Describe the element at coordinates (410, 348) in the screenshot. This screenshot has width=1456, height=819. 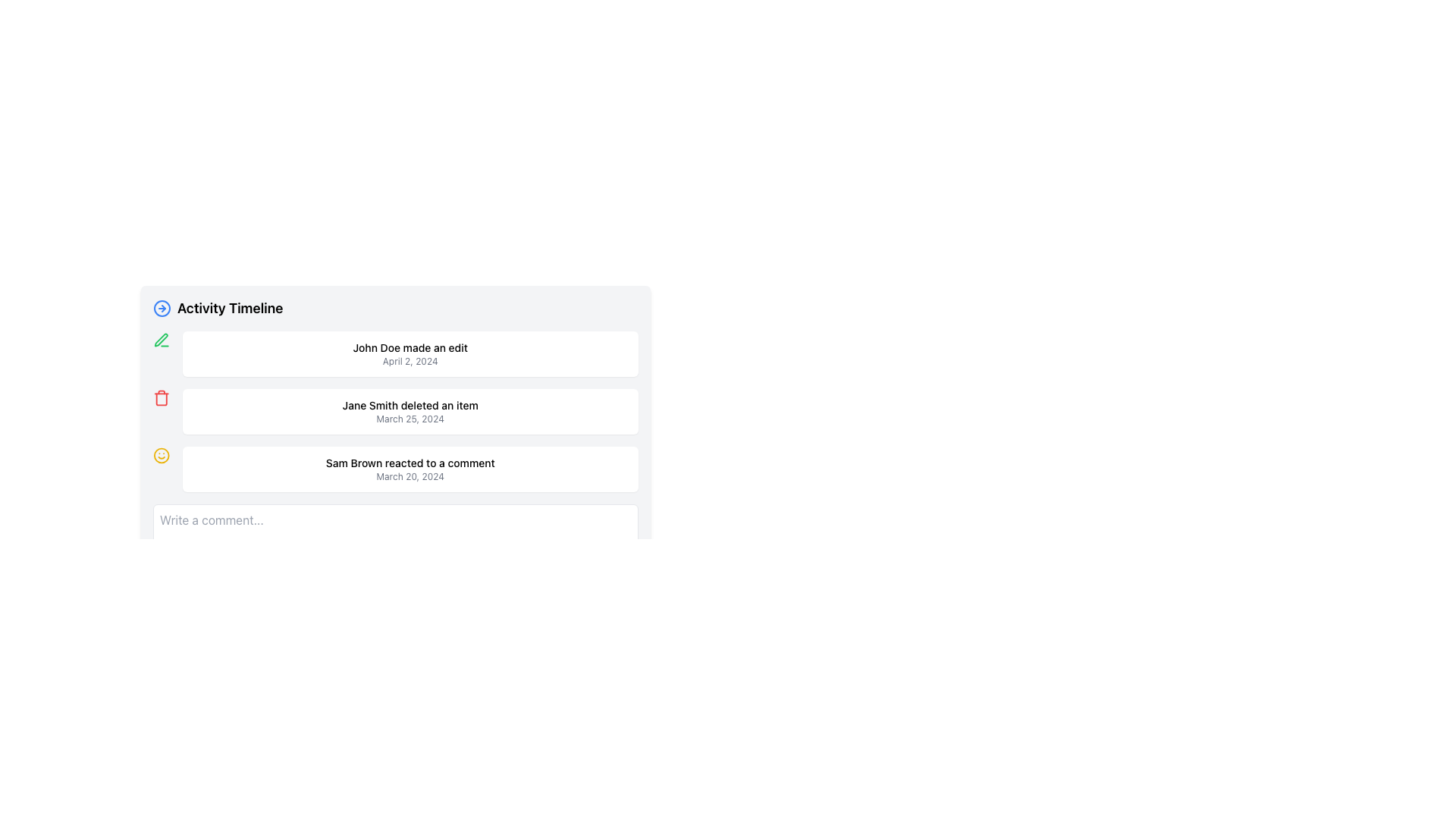
I see `the static text label that indicates 'John Doe made an edit' in the Activity Timeline panel, which is the first entry in the timeline` at that location.